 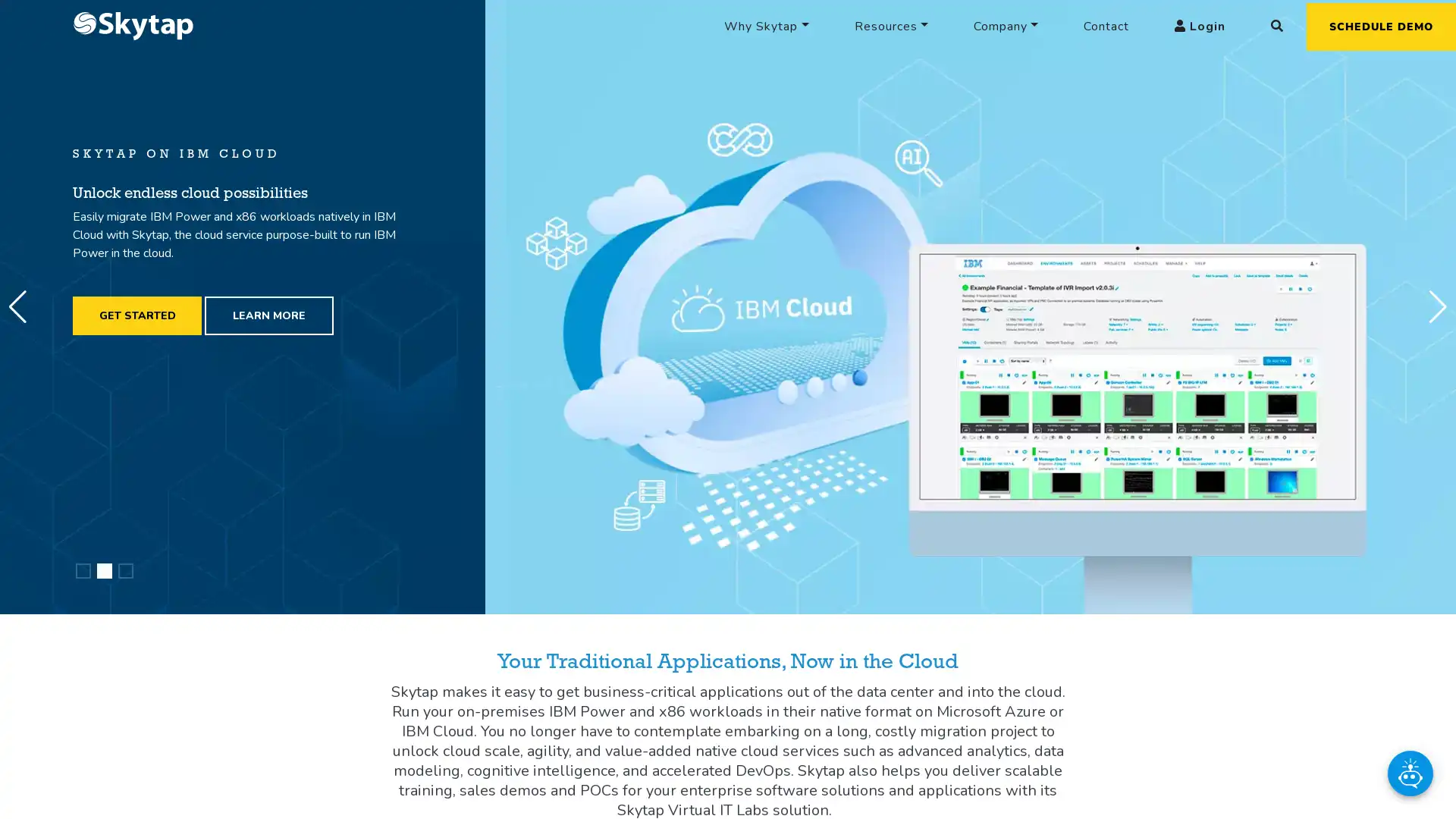 I want to click on Previous slide, so click(x=17, y=307).